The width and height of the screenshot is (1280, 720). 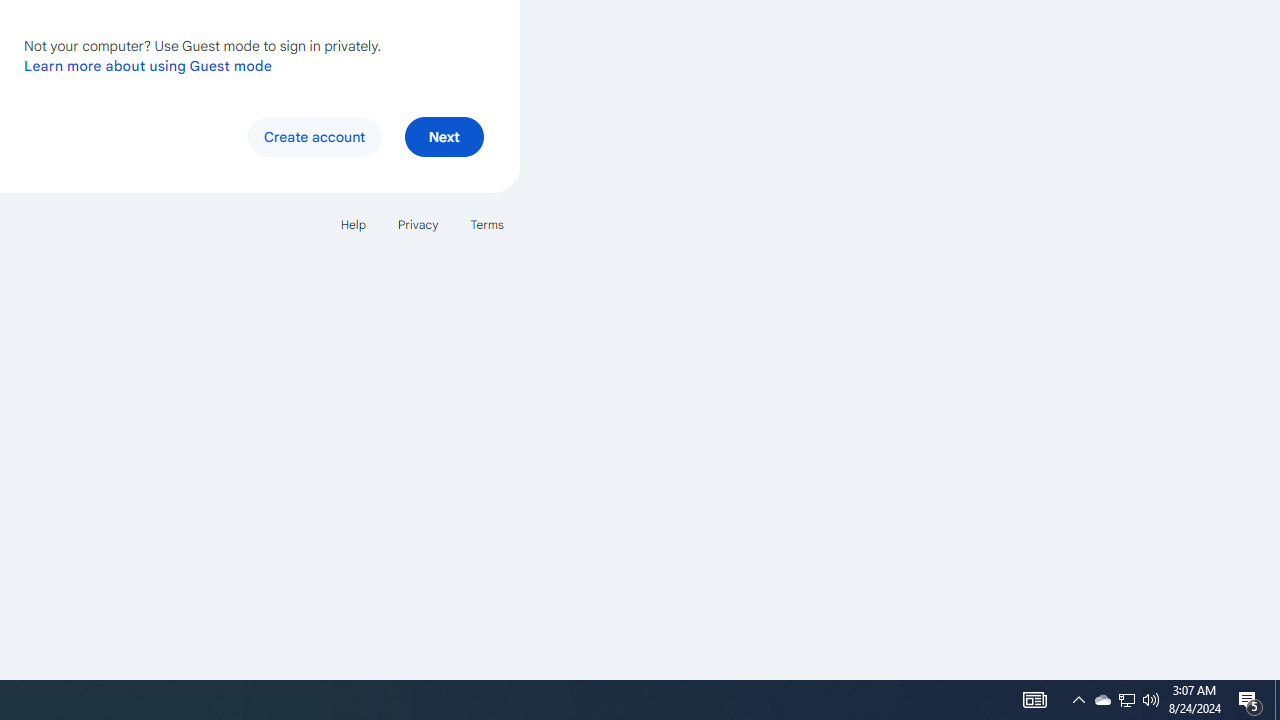 I want to click on 'Terms', so click(x=487, y=224).